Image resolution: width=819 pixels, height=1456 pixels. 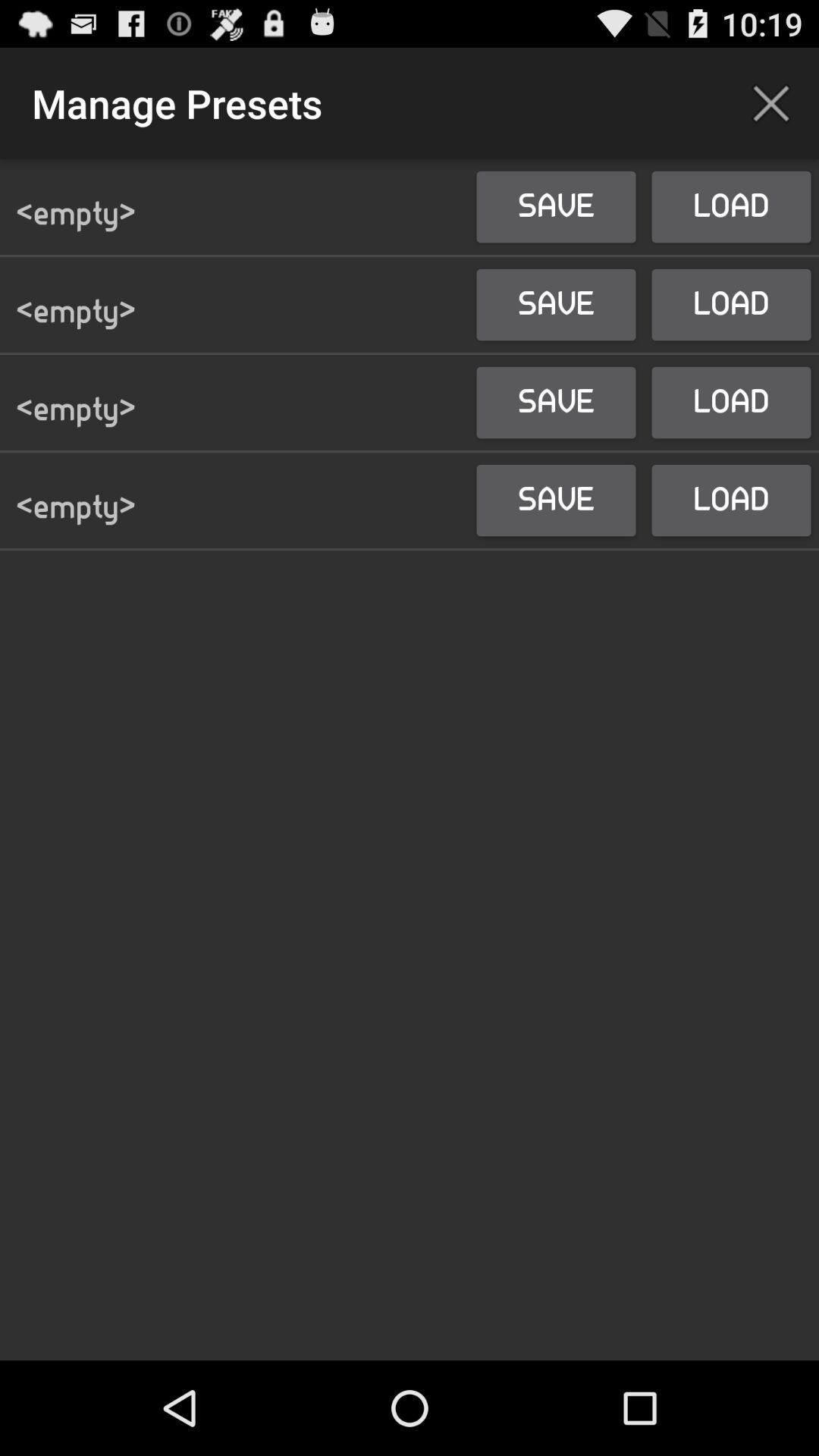 What do you see at coordinates (771, 102) in the screenshot?
I see `the icon above the load button` at bounding box center [771, 102].